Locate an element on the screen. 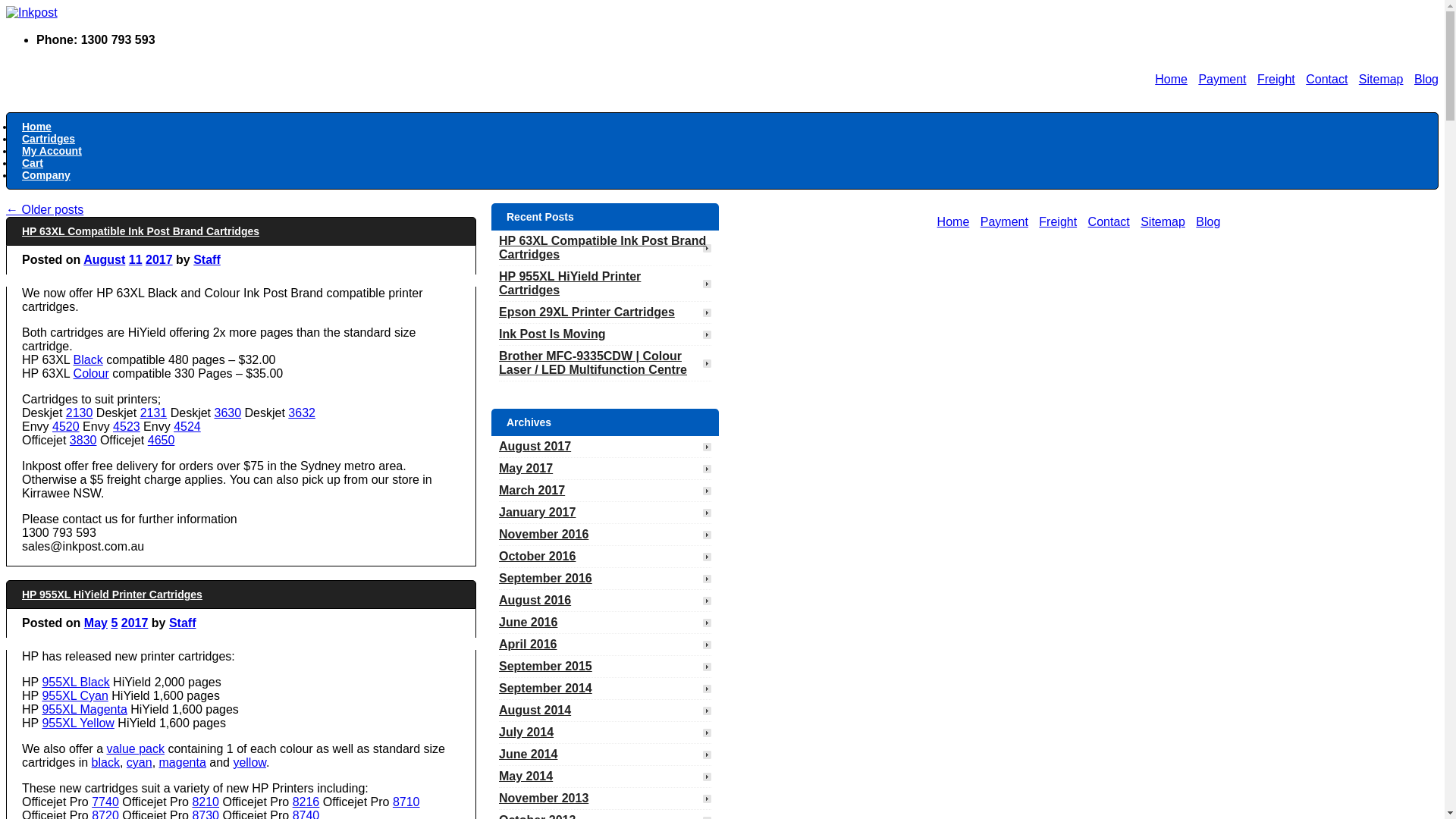 Image resolution: width=1456 pixels, height=819 pixels. 'yellow' is located at coordinates (249, 762).